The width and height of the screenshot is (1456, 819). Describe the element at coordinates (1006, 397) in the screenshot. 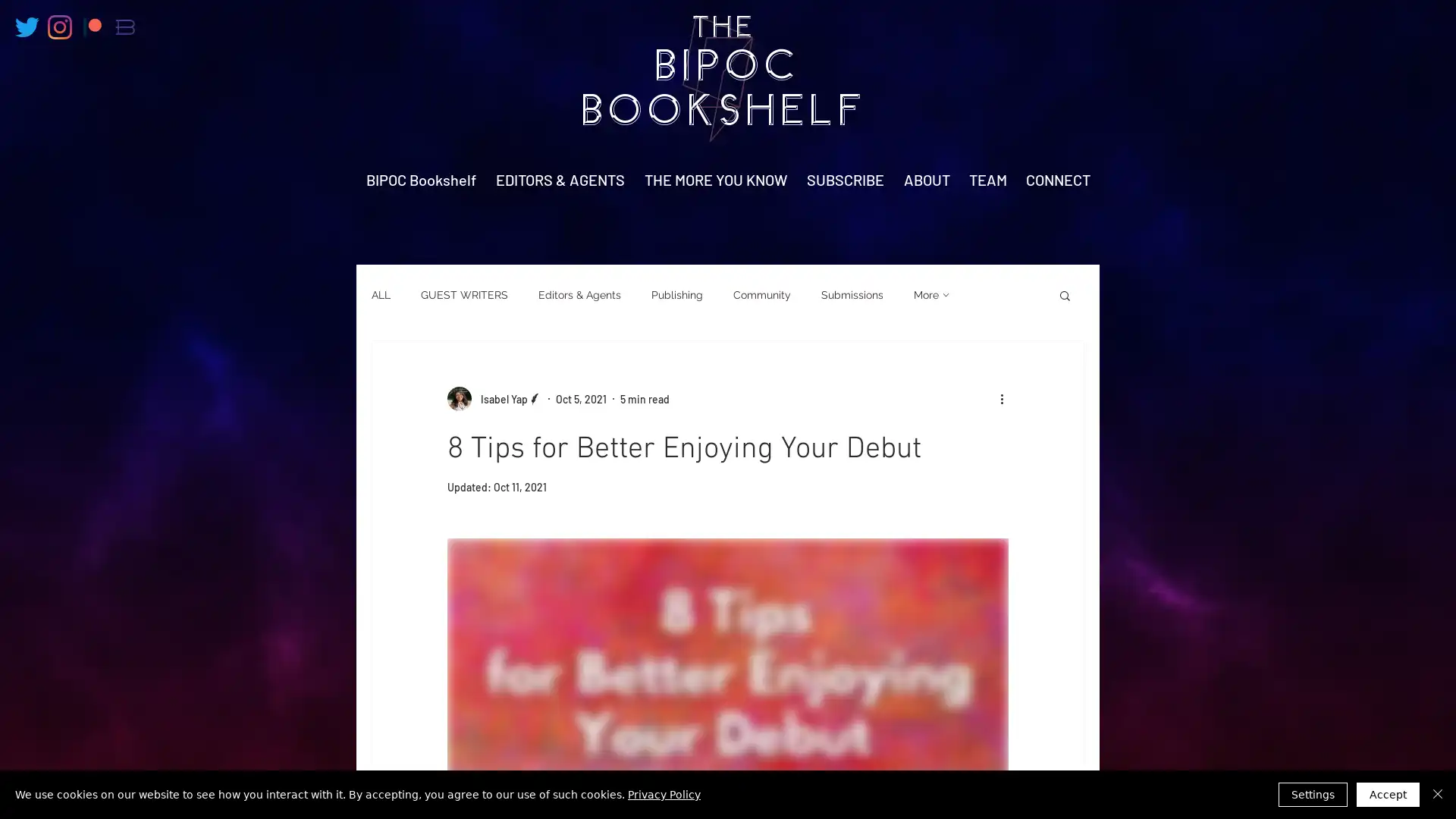

I see `More actions` at that location.